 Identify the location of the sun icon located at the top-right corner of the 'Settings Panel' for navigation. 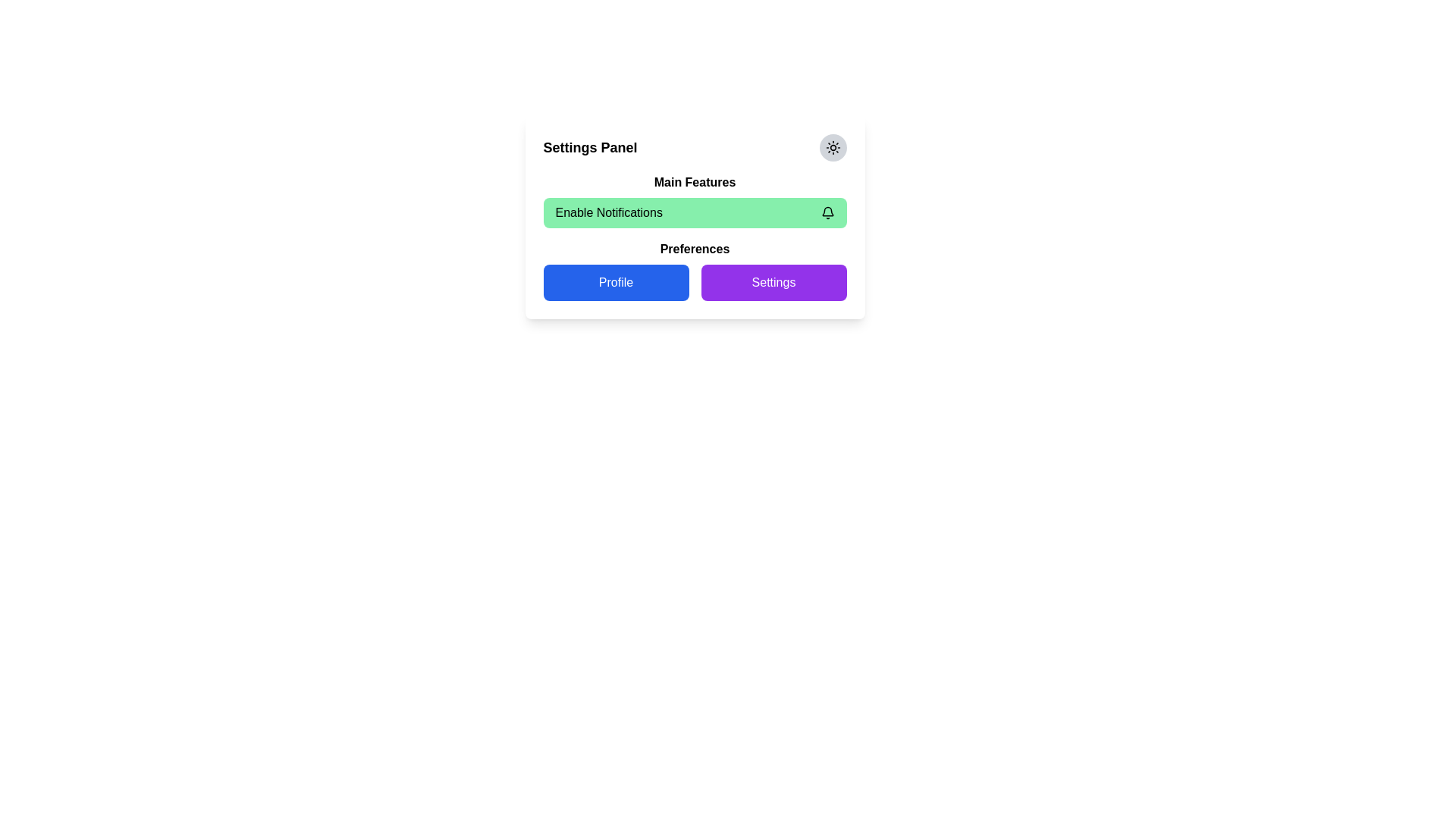
(832, 148).